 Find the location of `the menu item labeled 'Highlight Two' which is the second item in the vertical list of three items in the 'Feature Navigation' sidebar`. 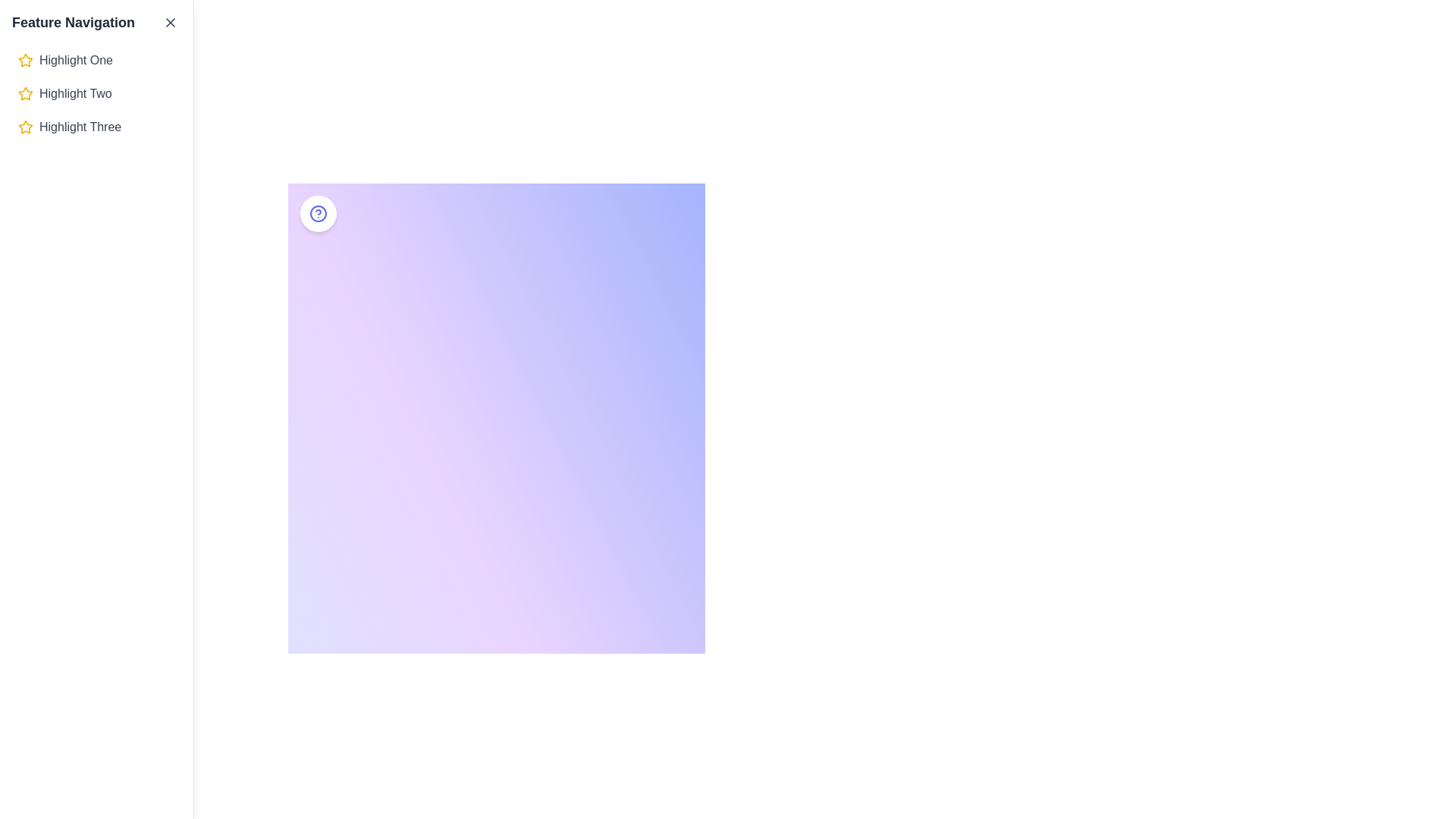

the menu item labeled 'Highlight Two' which is the second item in the vertical list of three items in the 'Feature Navigation' sidebar is located at coordinates (96, 93).